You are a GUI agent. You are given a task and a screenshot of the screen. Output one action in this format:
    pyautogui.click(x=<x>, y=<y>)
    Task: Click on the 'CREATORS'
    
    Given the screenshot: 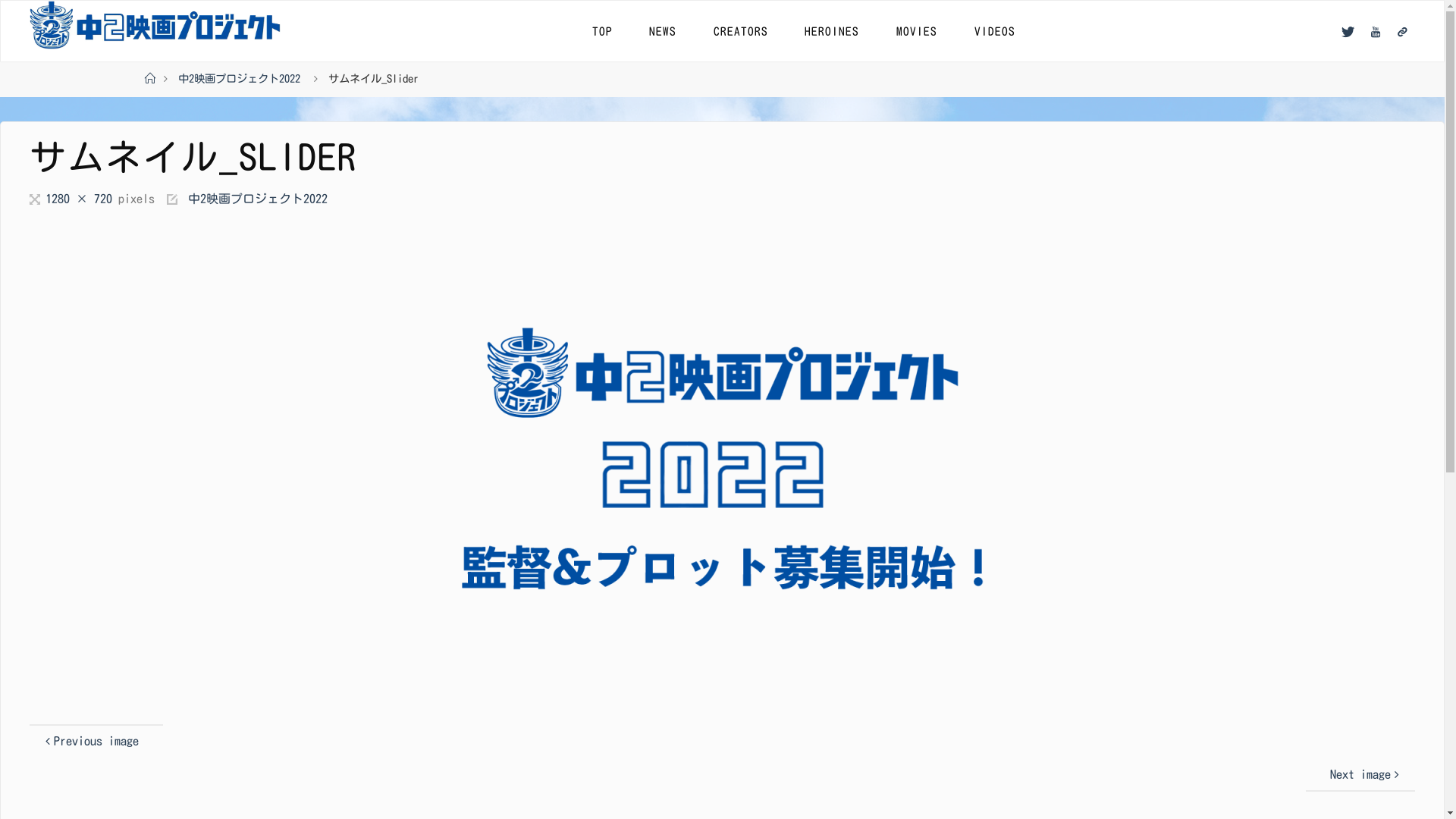 What is the action you would take?
    pyautogui.click(x=694, y=31)
    